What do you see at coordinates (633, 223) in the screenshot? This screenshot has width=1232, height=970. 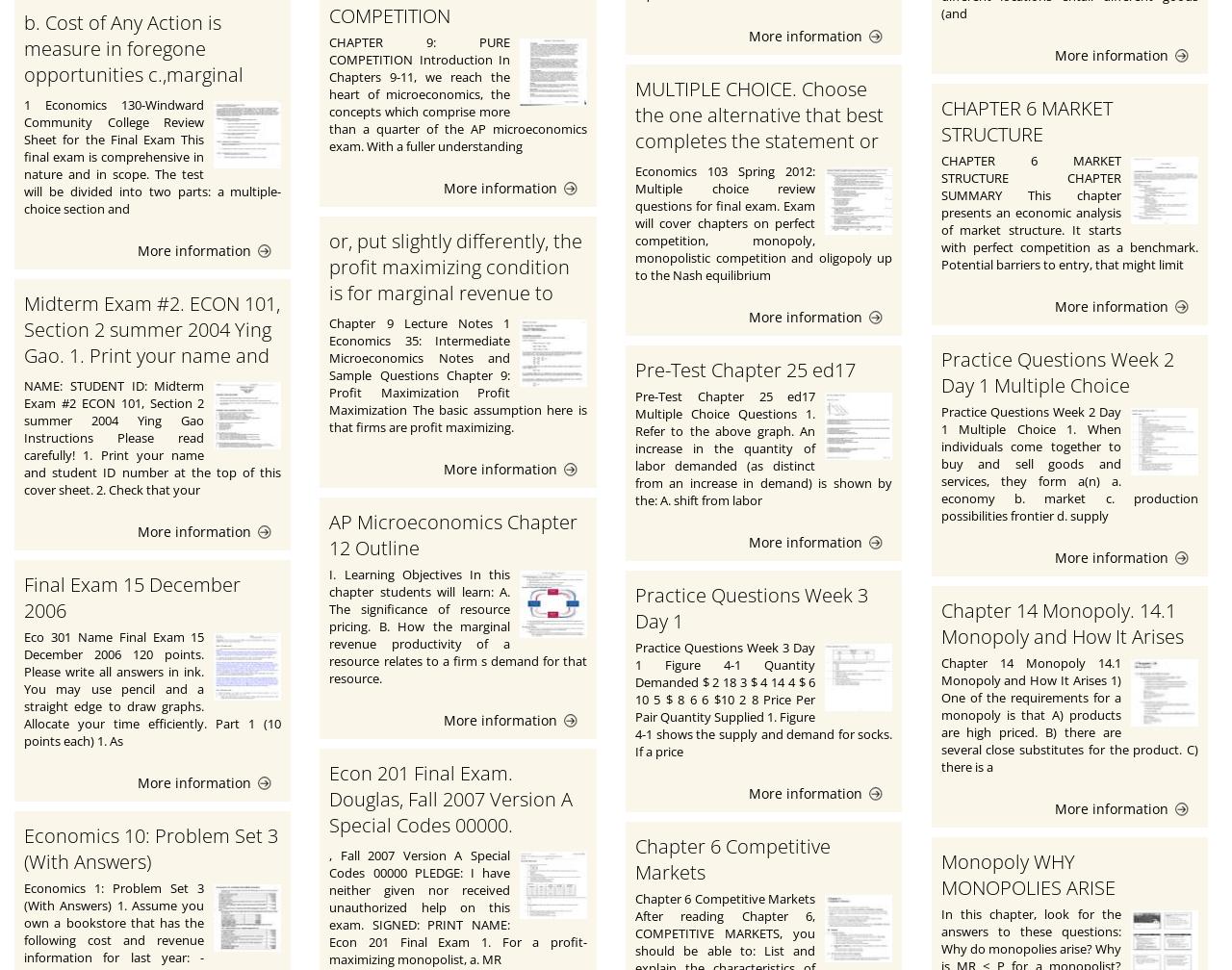 I see `'Economics 103 Spring 2012: Multiple choice review questions for final exam. Exam will cover chapters on perfect competition, monopoly, monopolistic competition and oligopoly up to the Nash equilibrium'` at bounding box center [633, 223].